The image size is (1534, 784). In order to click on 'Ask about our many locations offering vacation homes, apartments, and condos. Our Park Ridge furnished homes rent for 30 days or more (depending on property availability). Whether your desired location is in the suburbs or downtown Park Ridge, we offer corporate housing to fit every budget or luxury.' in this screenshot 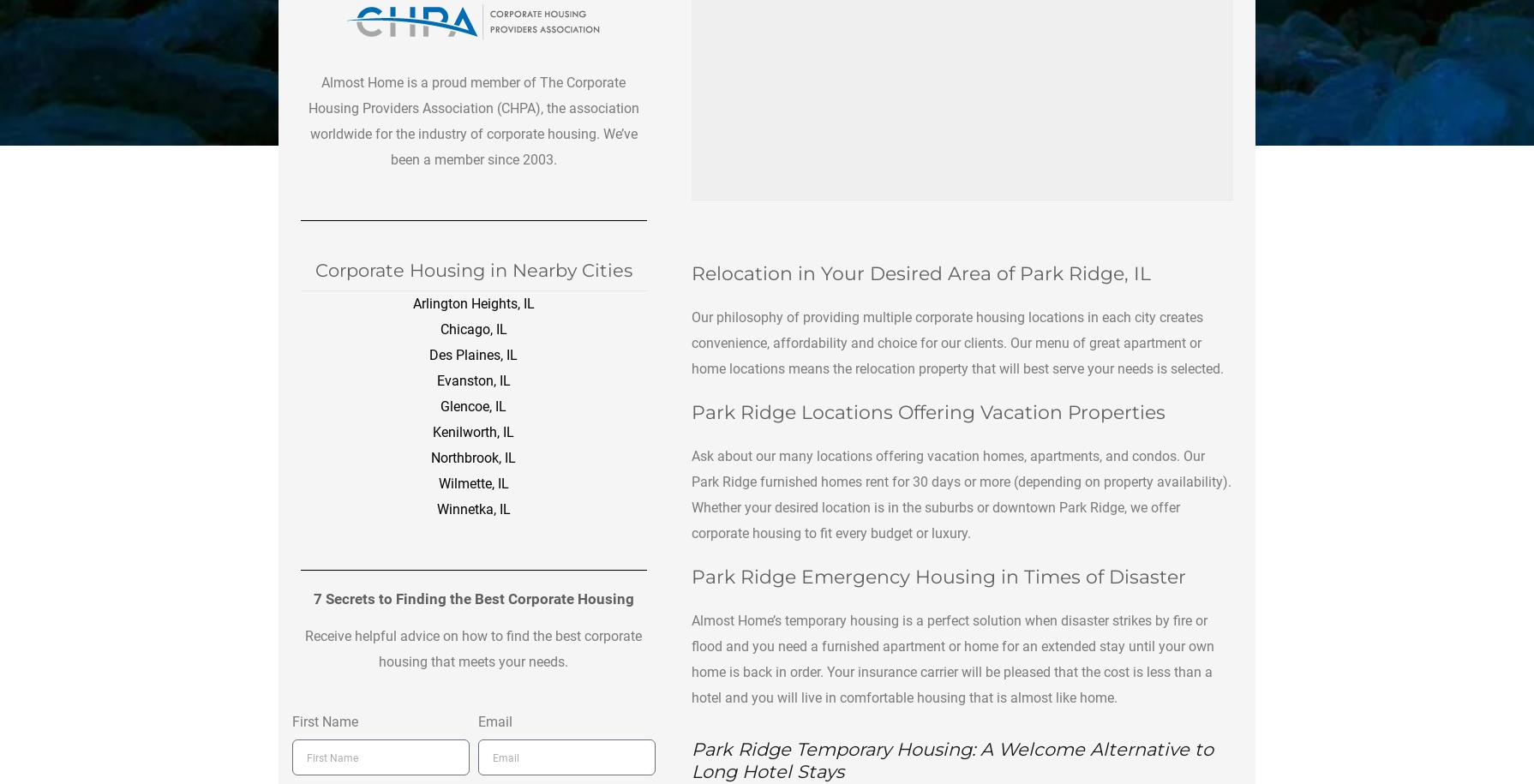, I will do `click(961, 493)`.